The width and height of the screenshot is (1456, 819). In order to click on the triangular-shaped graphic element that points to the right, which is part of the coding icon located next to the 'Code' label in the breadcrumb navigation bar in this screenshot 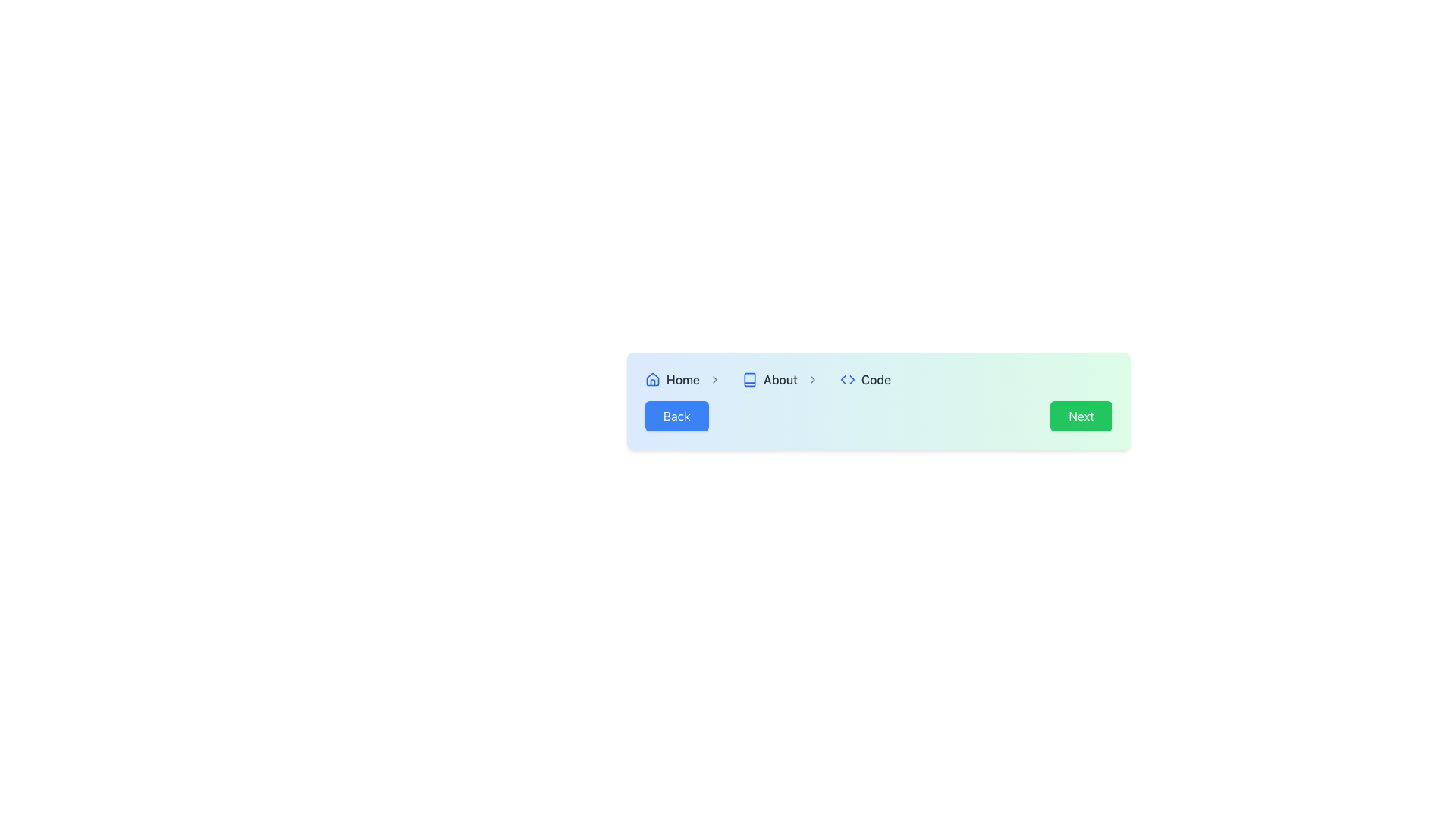, I will do `click(852, 379)`.